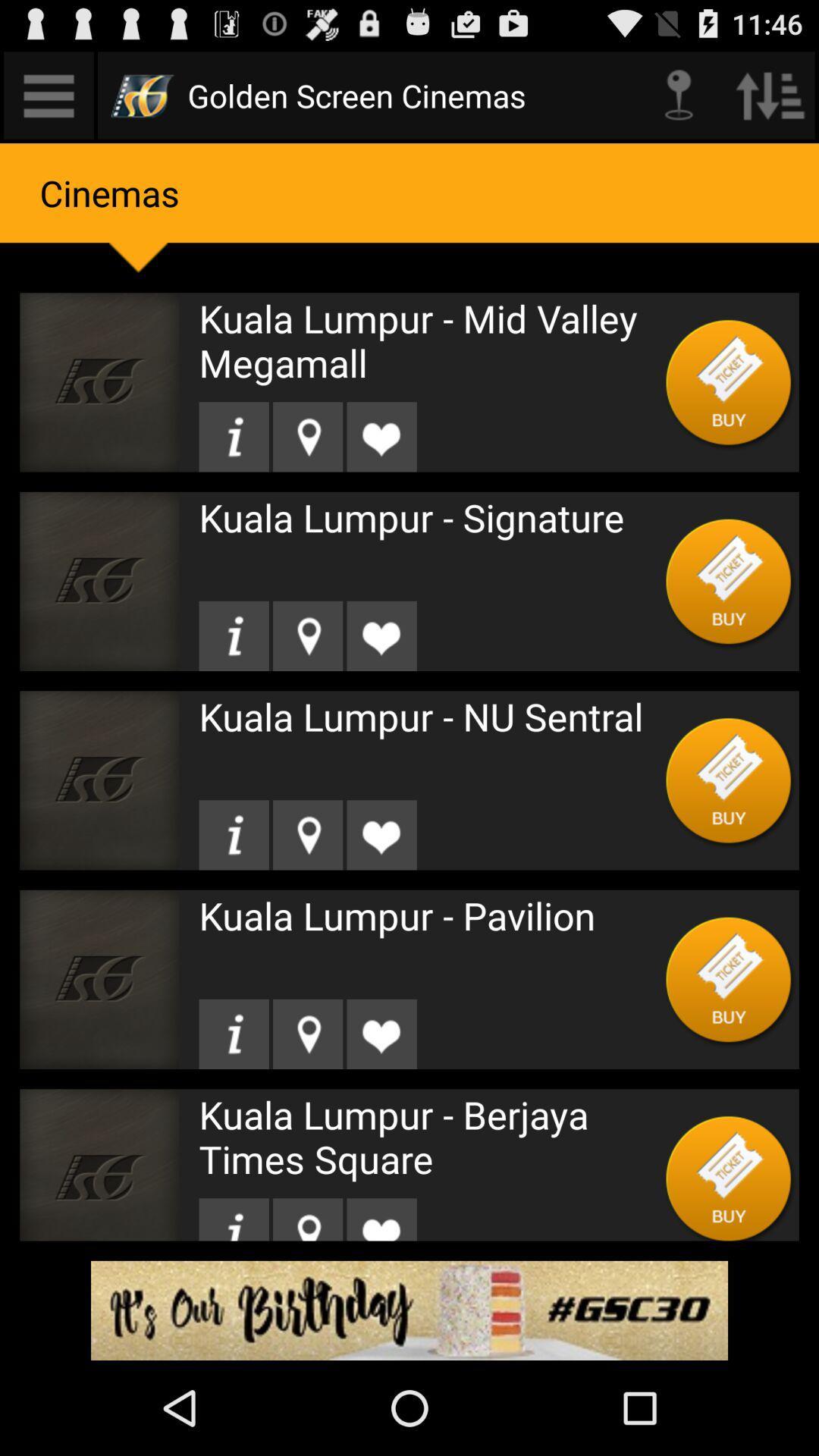 This screenshot has height=1456, width=819. I want to click on buy button, so click(728, 382).